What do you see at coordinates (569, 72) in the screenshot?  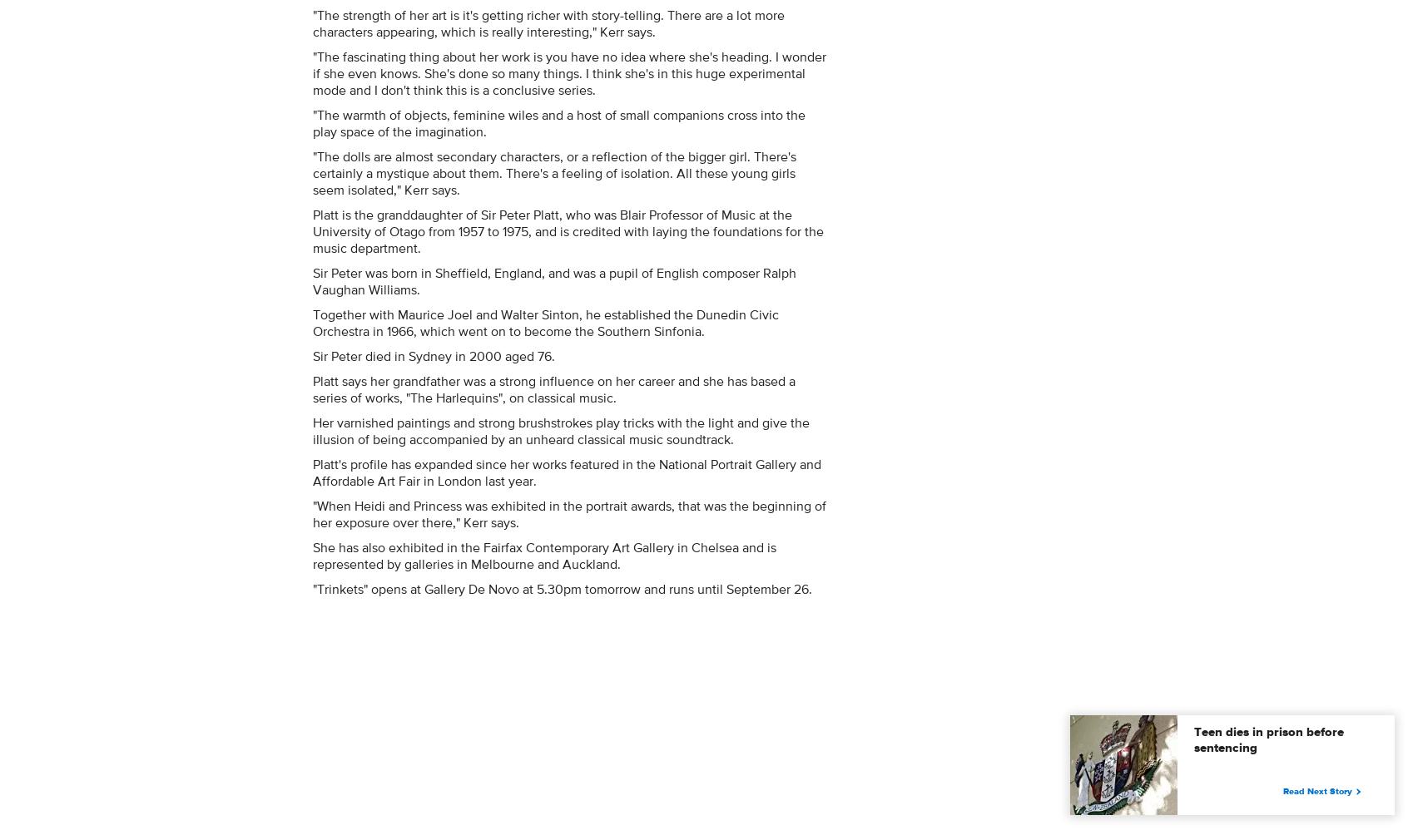 I see `'"The fascinating thing about her work is you have no idea where she's heading. I wonder if she even knows. She's done so many things. I think she's in this huge experimental mode and I don't think this is a conclusive series.'` at bounding box center [569, 72].